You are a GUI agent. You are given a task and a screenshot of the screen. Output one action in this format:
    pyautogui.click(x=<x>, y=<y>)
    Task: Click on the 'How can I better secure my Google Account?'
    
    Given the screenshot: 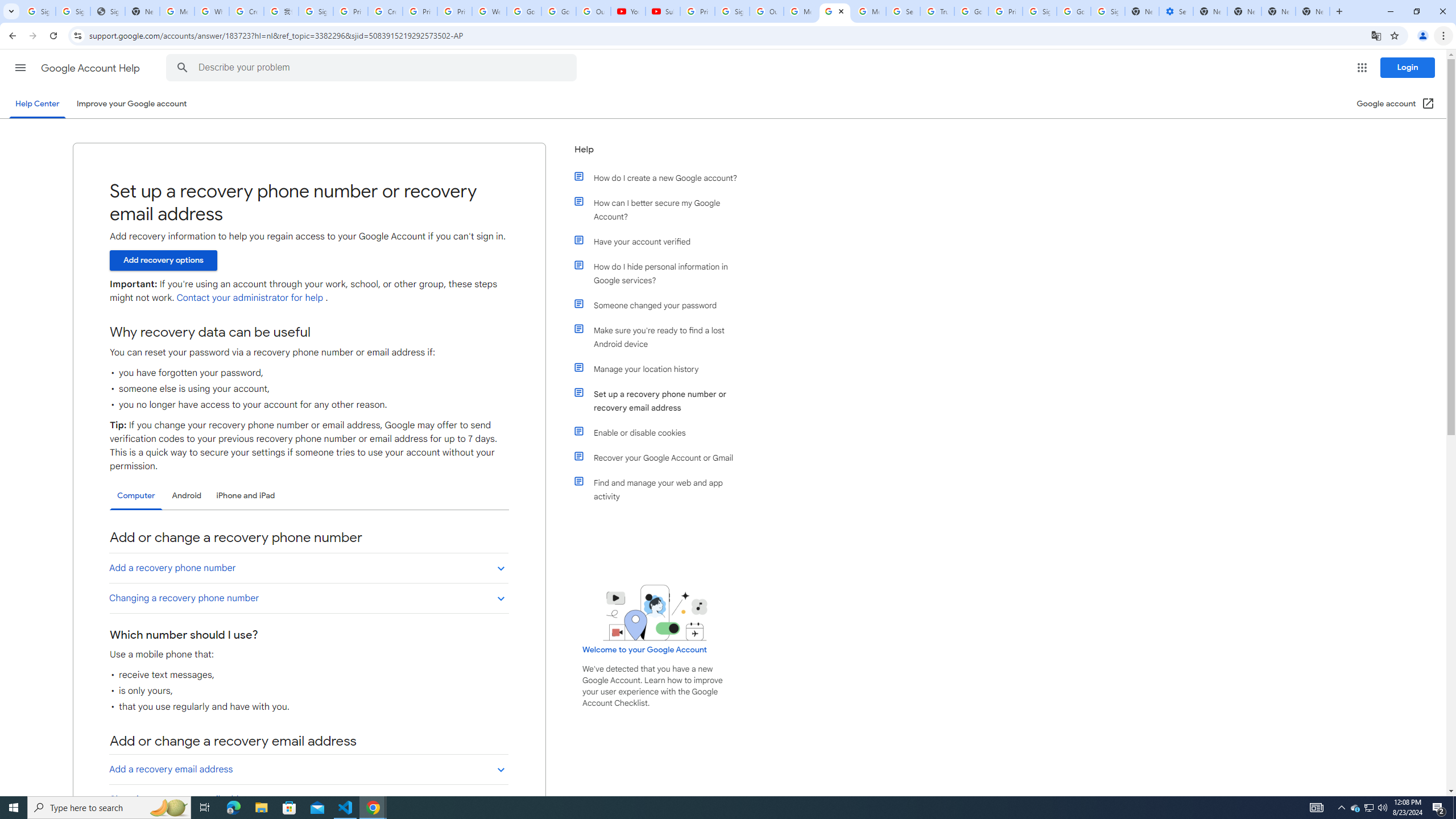 What is the action you would take?
    pyautogui.click(x=661, y=209)
    